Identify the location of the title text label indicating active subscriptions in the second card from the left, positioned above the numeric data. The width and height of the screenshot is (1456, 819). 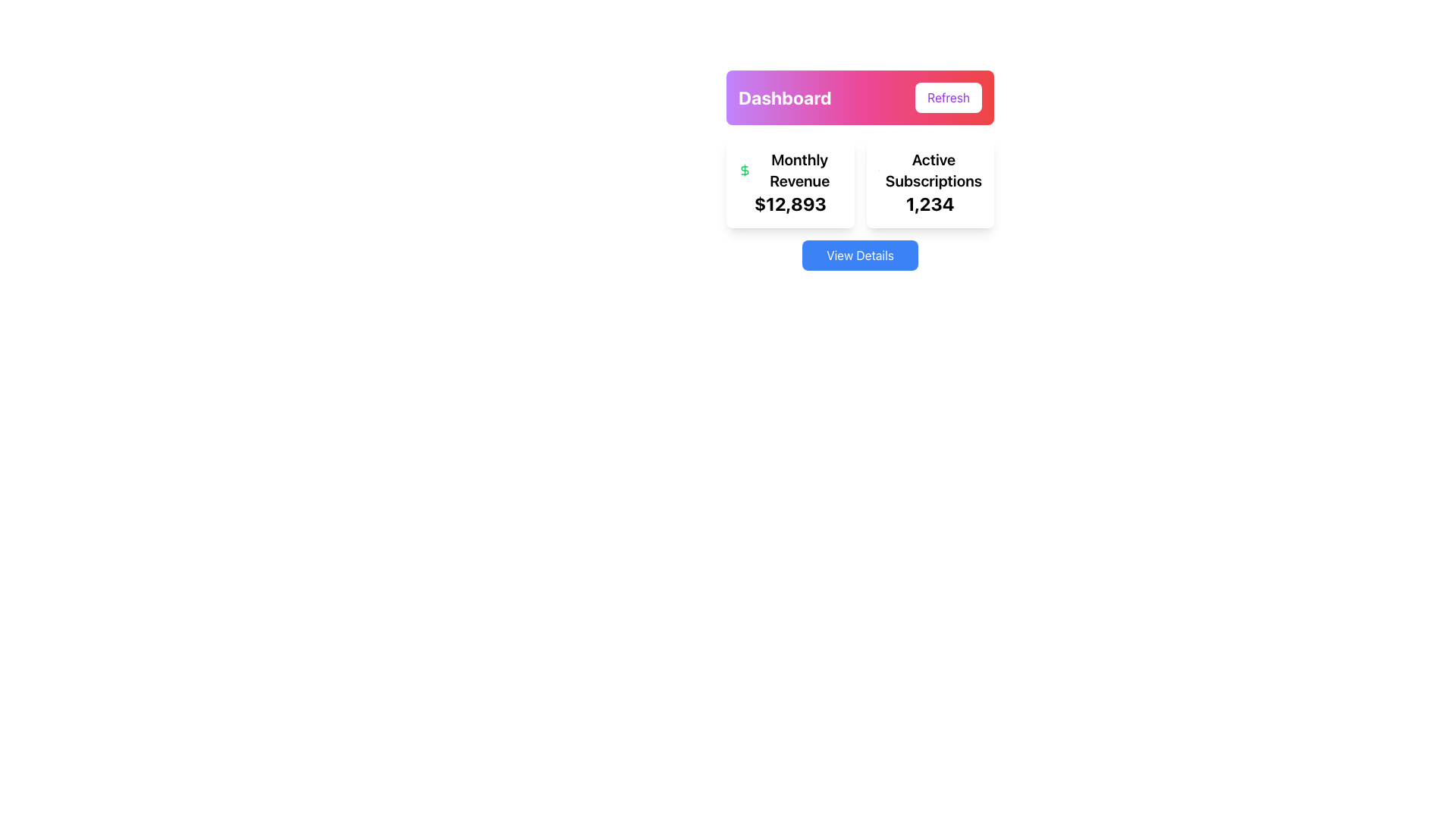
(933, 170).